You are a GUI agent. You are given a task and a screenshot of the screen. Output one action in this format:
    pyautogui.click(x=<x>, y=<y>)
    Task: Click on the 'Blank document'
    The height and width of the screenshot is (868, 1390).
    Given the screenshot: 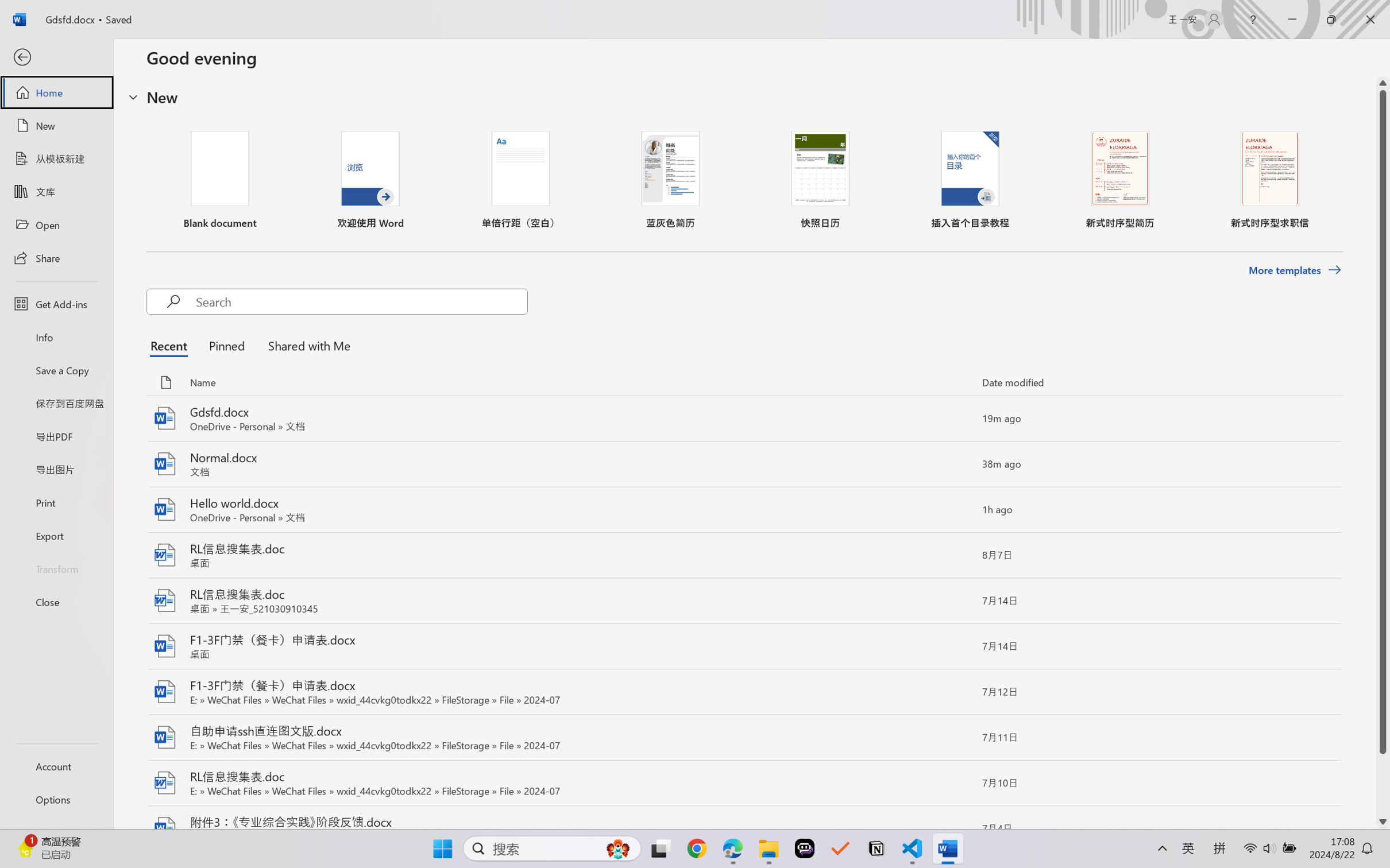 What is the action you would take?
    pyautogui.click(x=219, y=180)
    